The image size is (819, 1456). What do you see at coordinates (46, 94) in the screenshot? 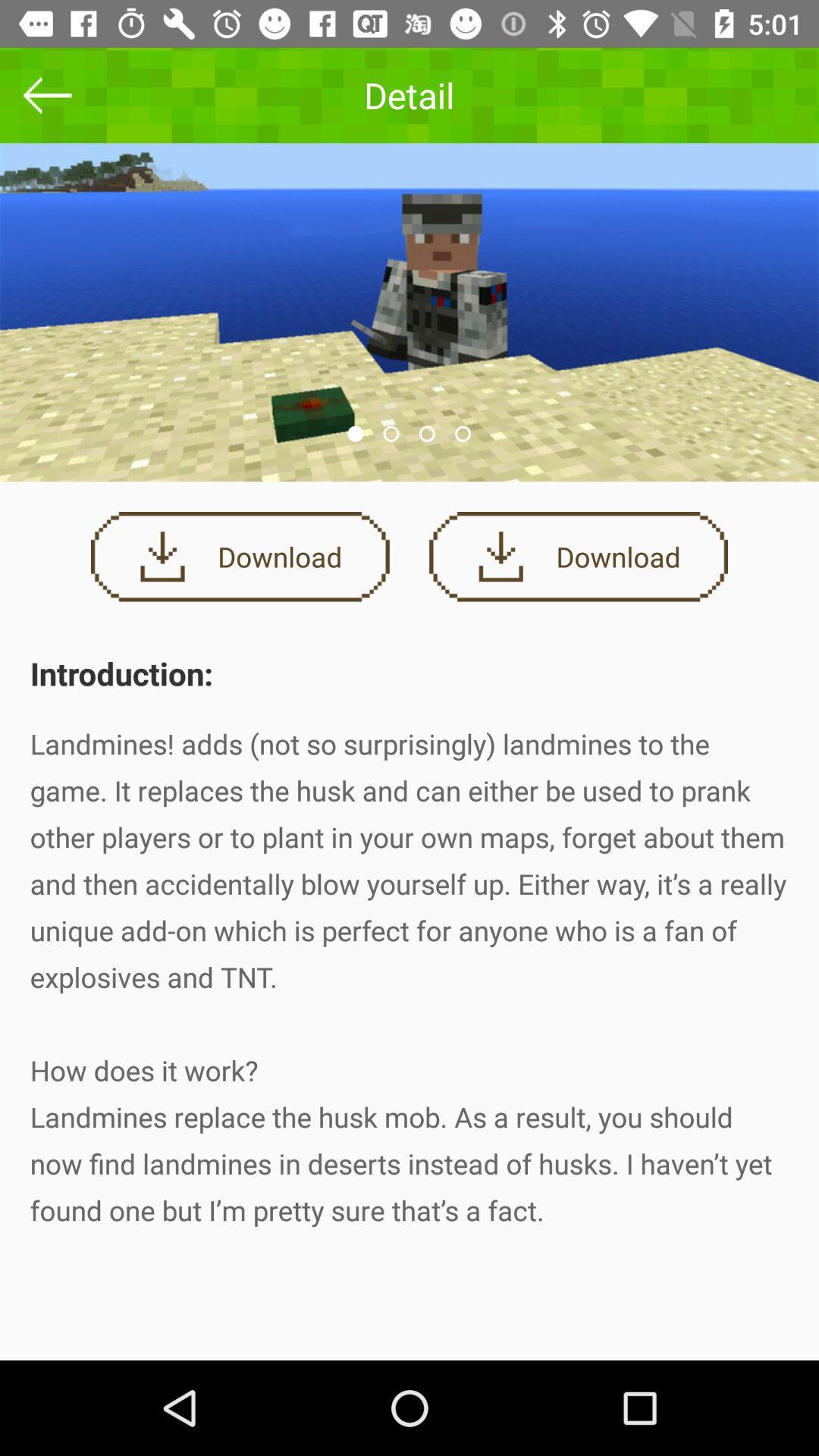
I see `the arrow_backward icon` at bounding box center [46, 94].